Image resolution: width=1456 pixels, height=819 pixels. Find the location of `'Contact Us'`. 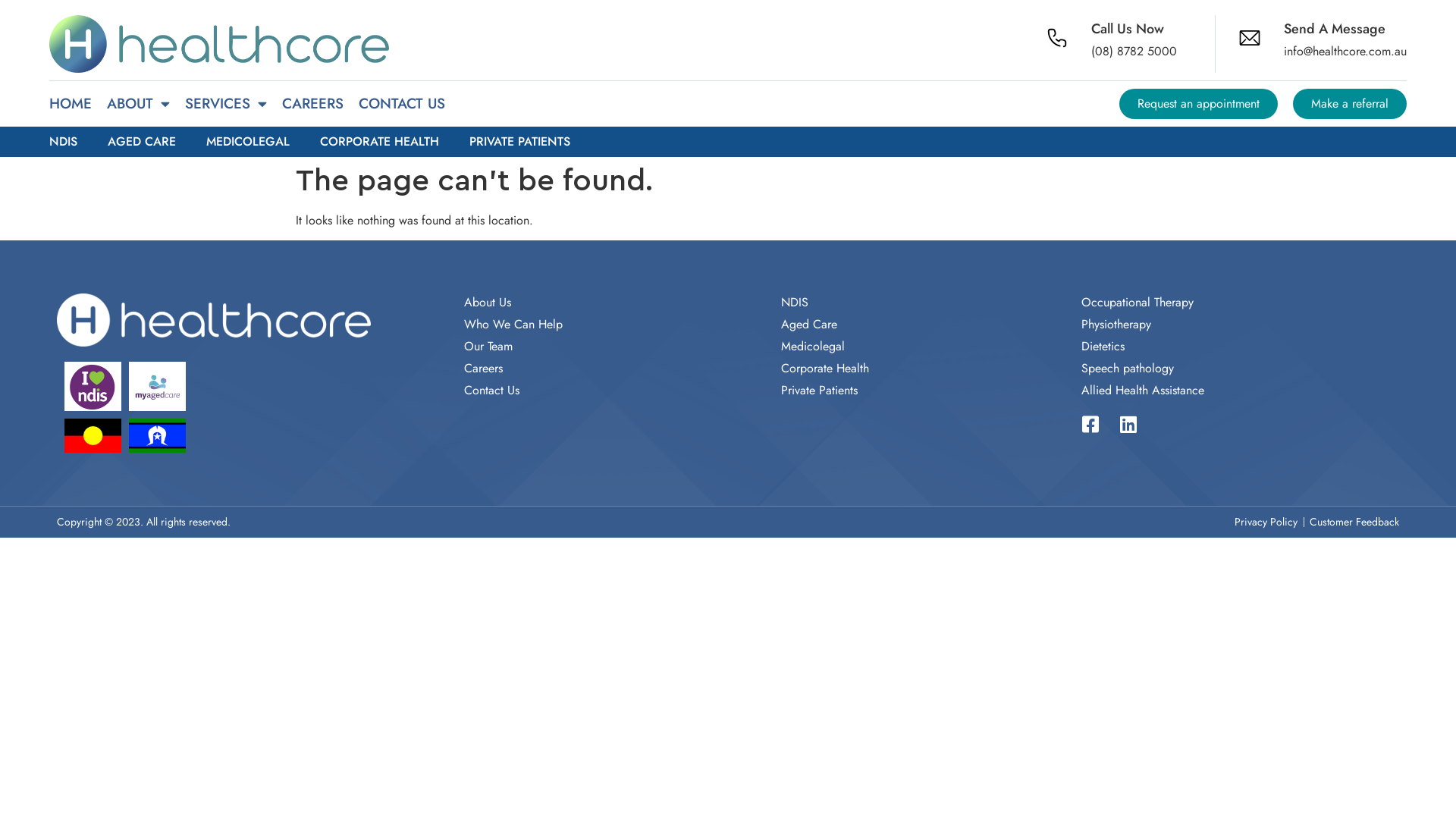

'Contact Us' is located at coordinates (491, 390).